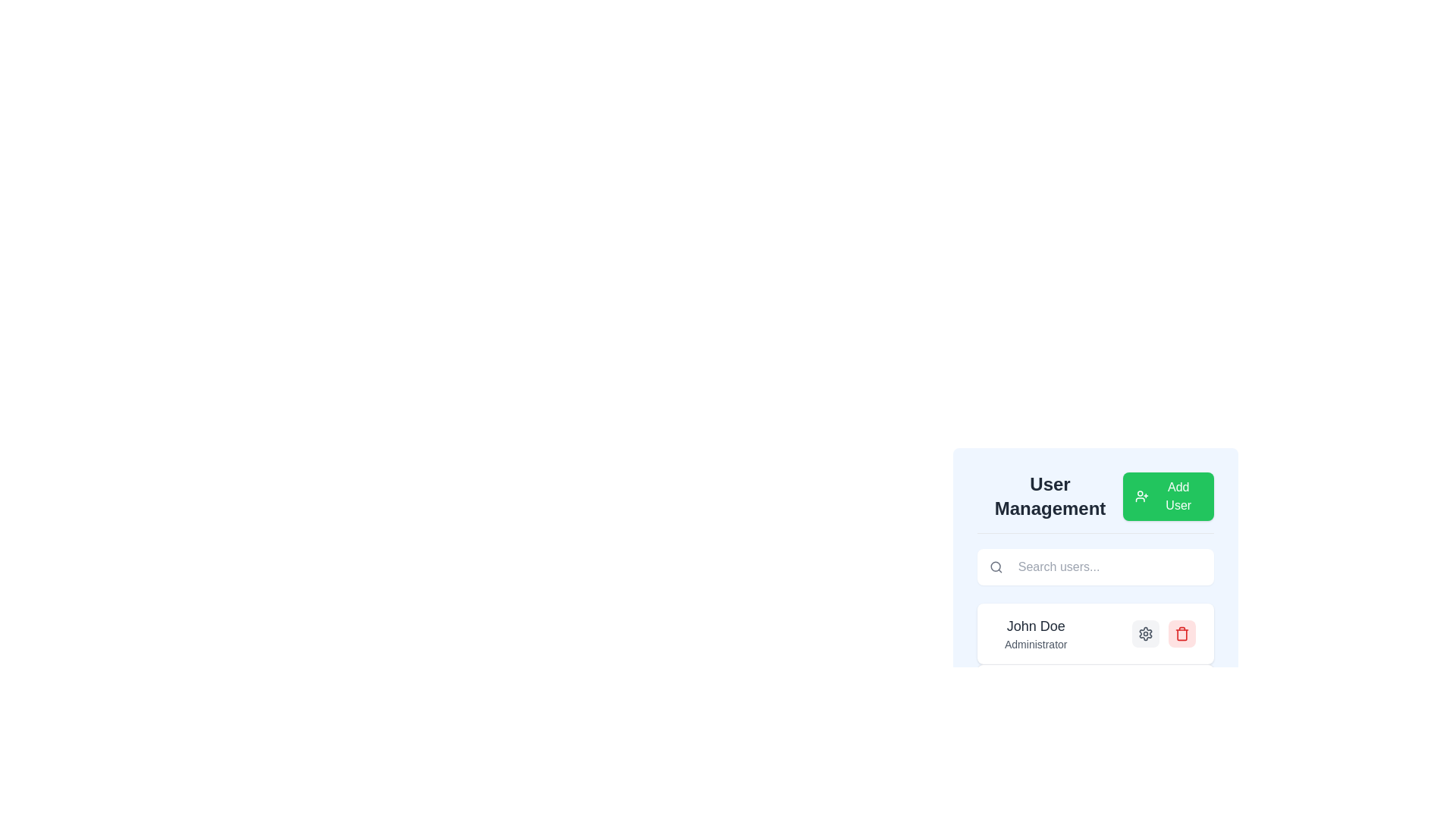 Image resolution: width=1456 pixels, height=819 pixels. I want to click on the Text Label that serves as the title or heading for the user management section, located at the top-left of the card, adjacent to the 'Add User' button, so click(1095, 503).